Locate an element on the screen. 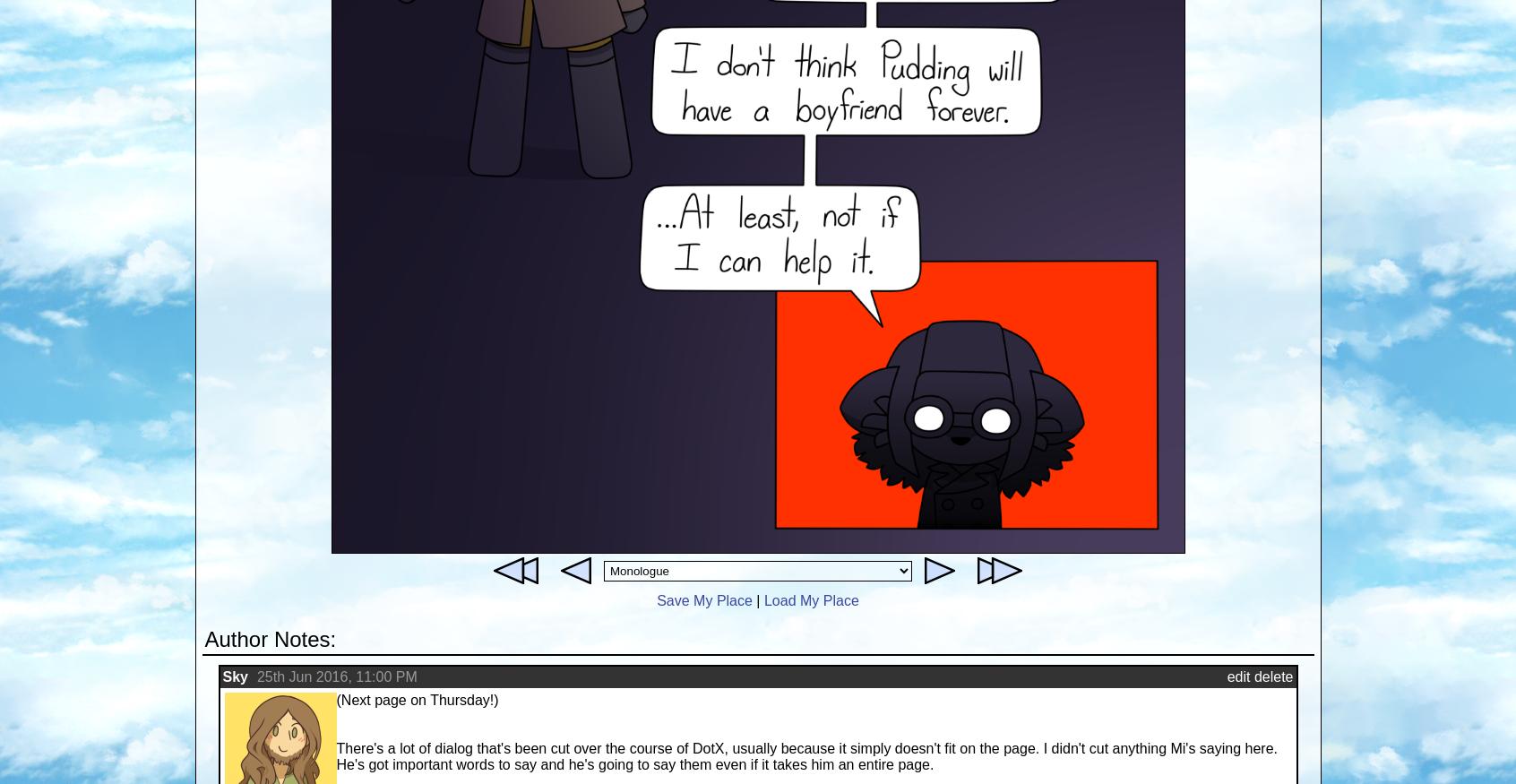 The image size is (1516, 784). 'edit' is located at coordinates (1238, 676).